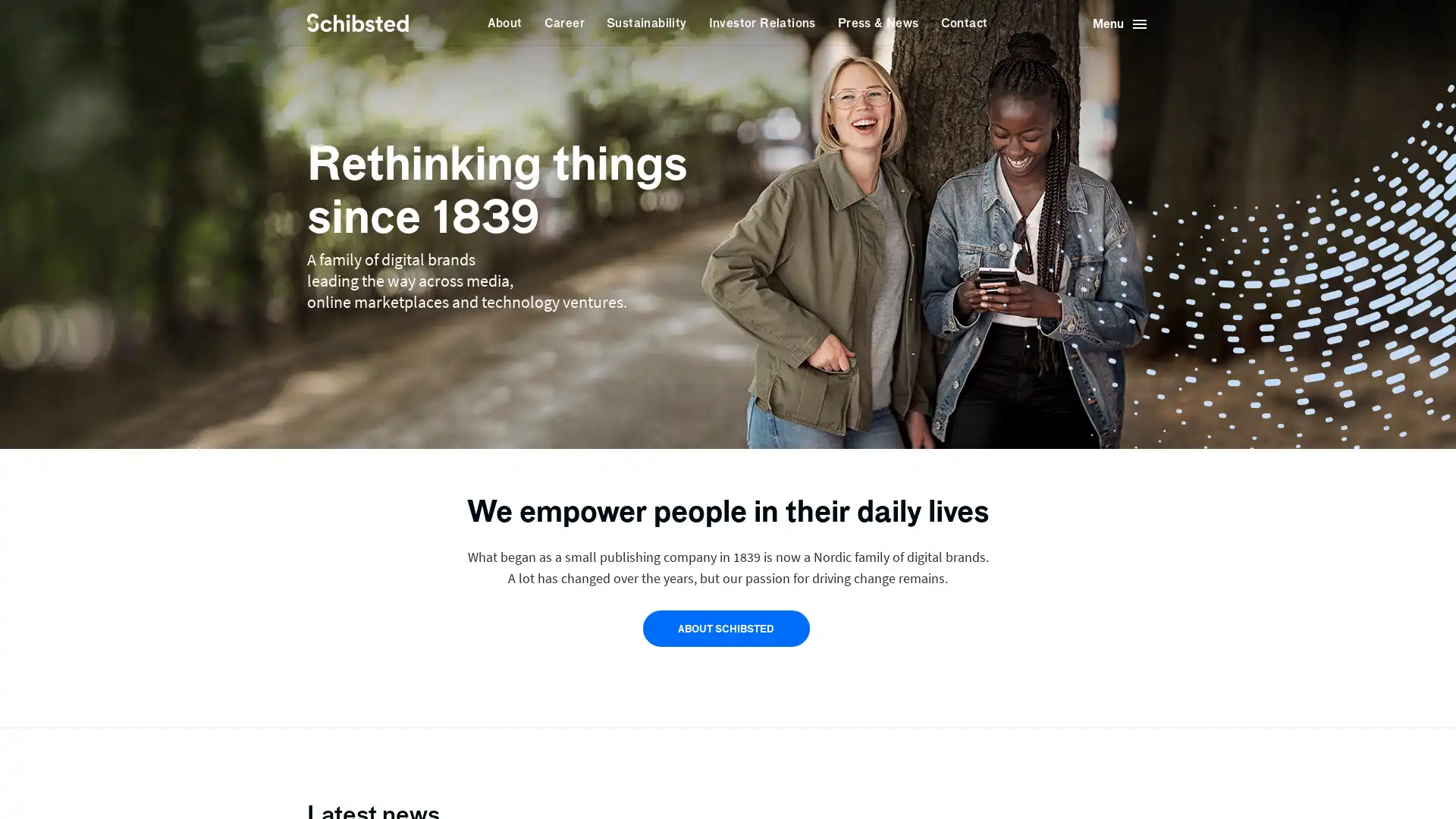 The width and height of the screenshot is (1456, 819). Describe the element at coordinates (432, 23) in the screenshot. I see `search` at that location.